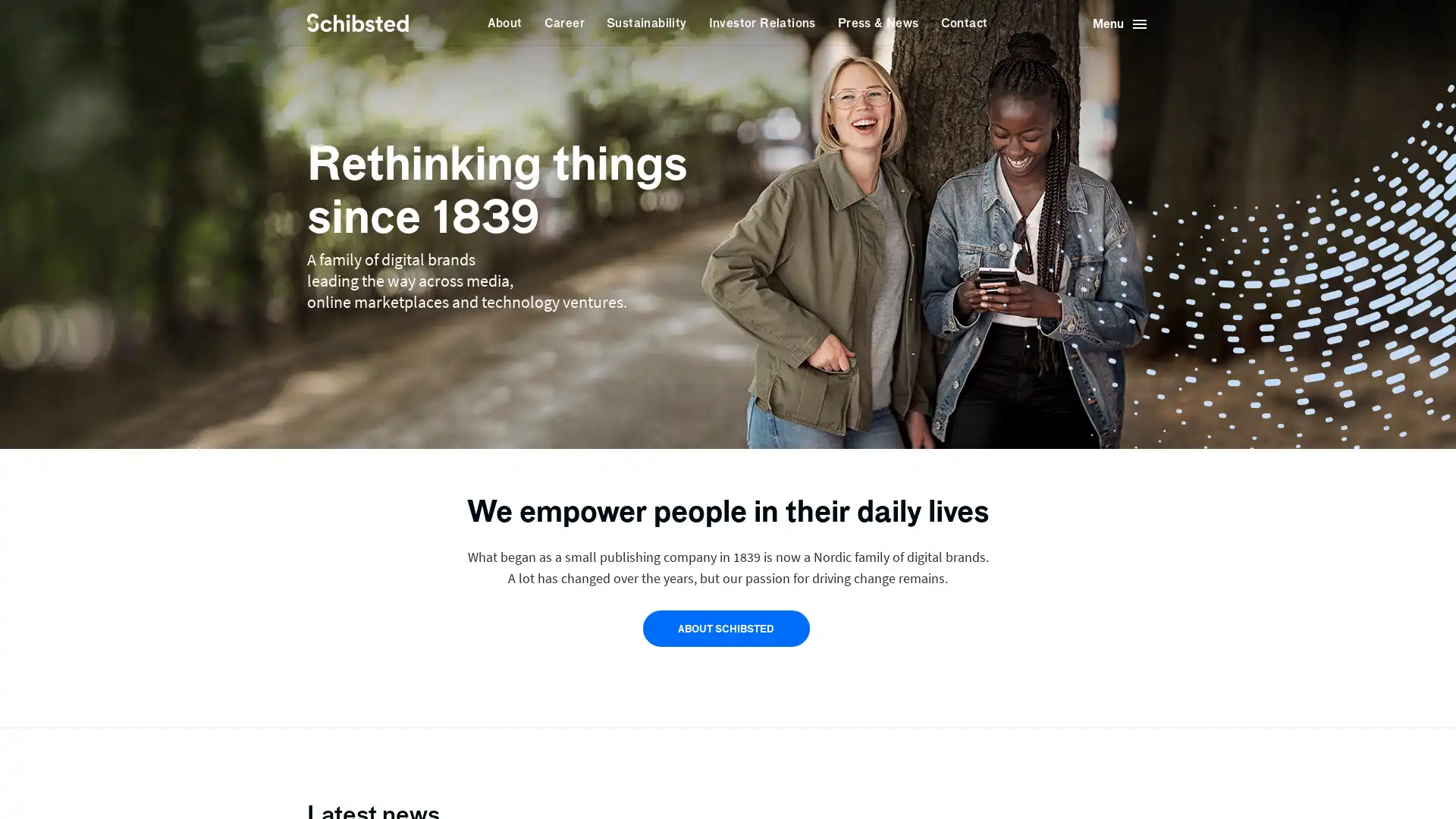 The width and height of the screenshot is (1456, 819). Describe the element at coordinates (432, 23) in the screenshot. I see `search` at that location.